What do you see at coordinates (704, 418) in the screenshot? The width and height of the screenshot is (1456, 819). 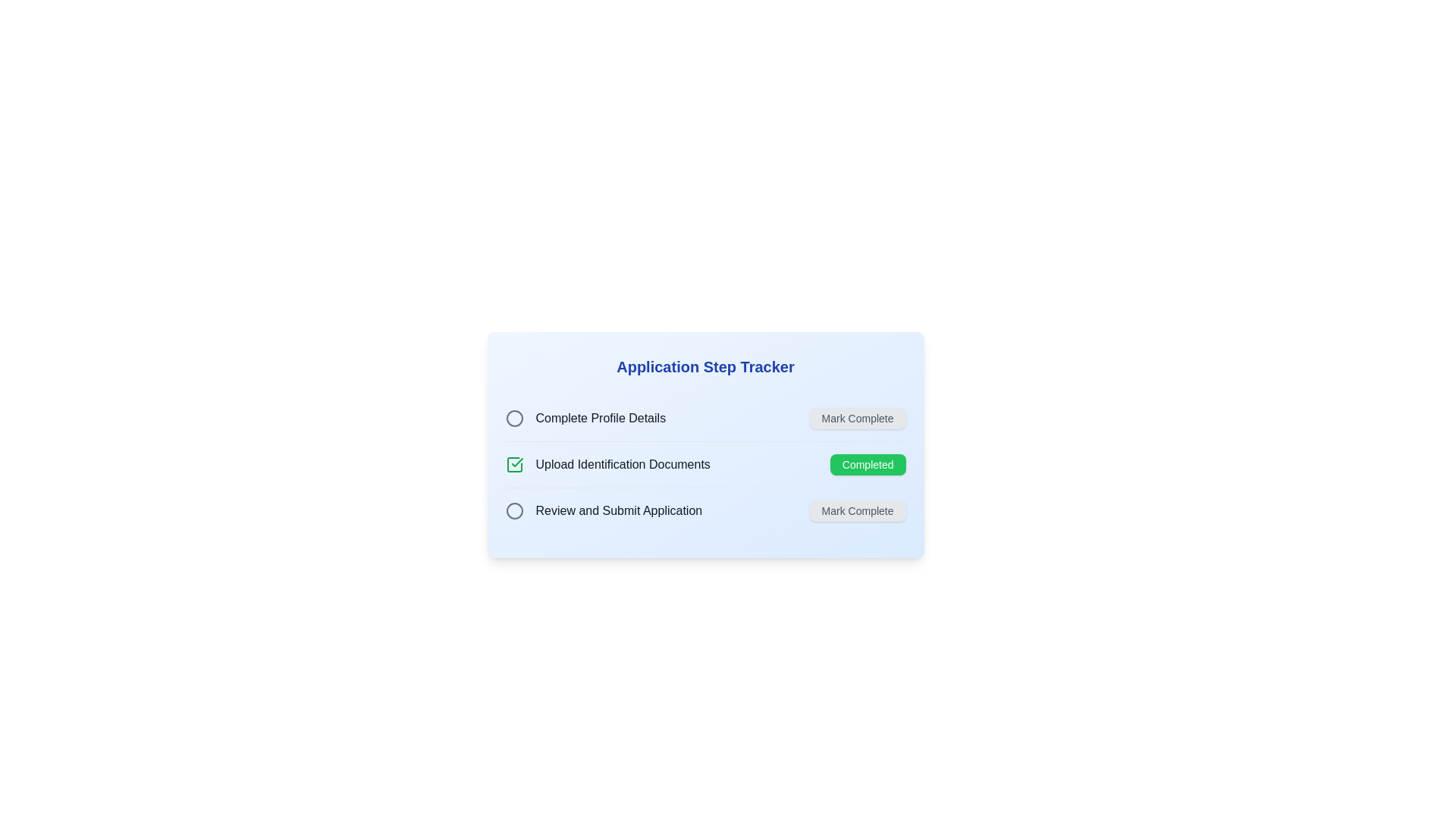 I see `the section of the List item labeled 'Complete Profile Details' which contains the button 'Mark Complete' positioned in the 'Application Step Tracker'` at bounding box center [704, 418].